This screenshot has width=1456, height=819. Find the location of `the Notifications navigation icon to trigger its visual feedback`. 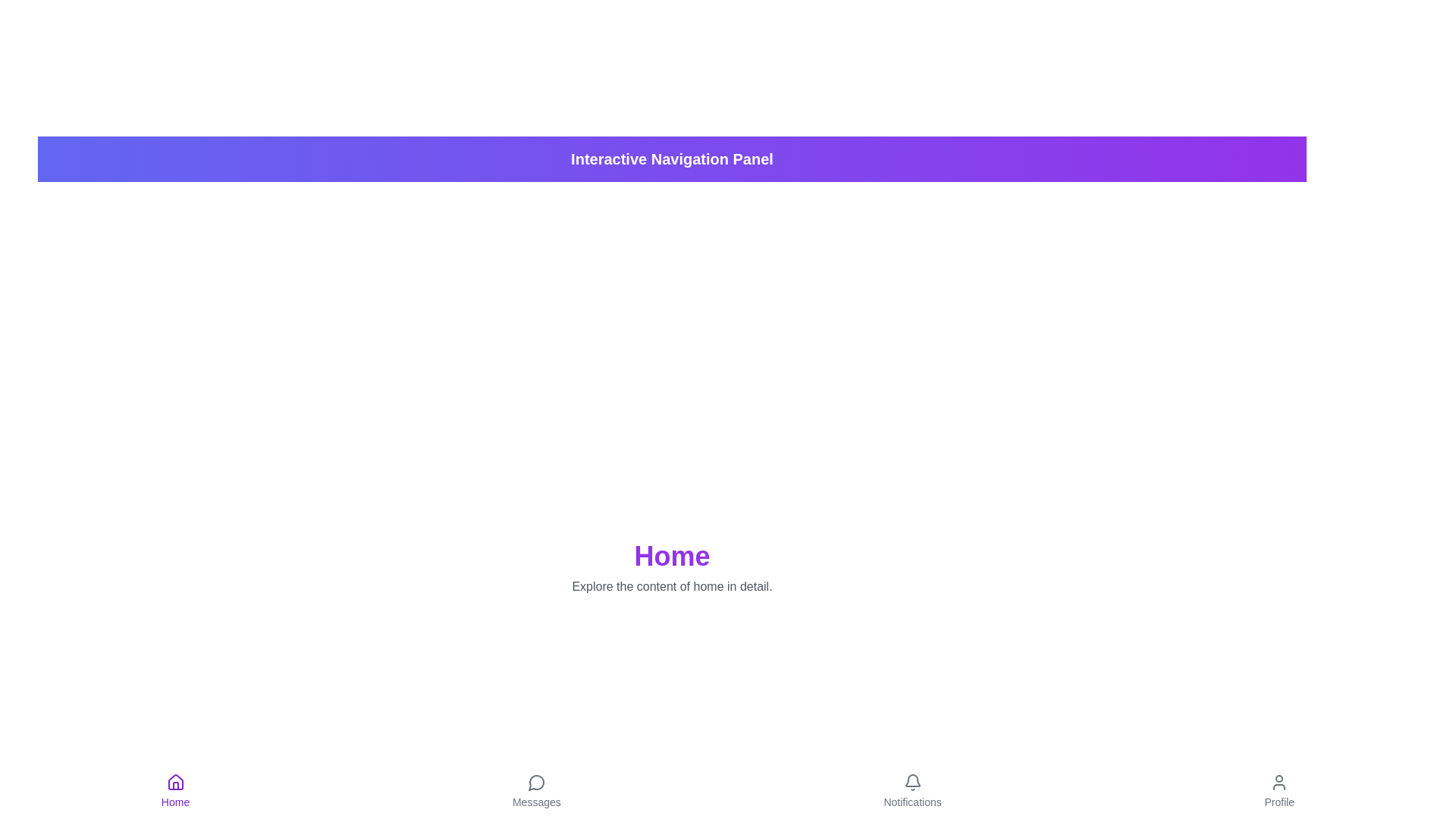

the Notifications navigation icon to trigger its visual feedback is located at coordinates (912, 791).